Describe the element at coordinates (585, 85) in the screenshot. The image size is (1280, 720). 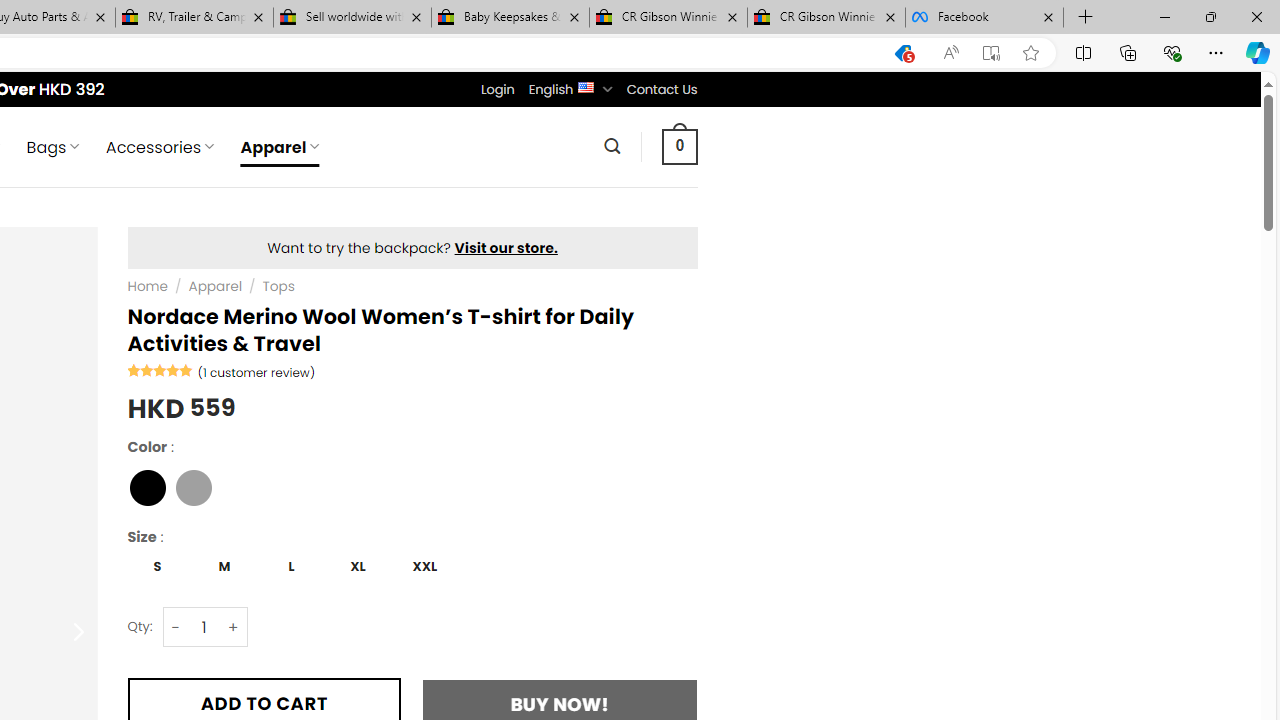
I see `'English'` at that location.